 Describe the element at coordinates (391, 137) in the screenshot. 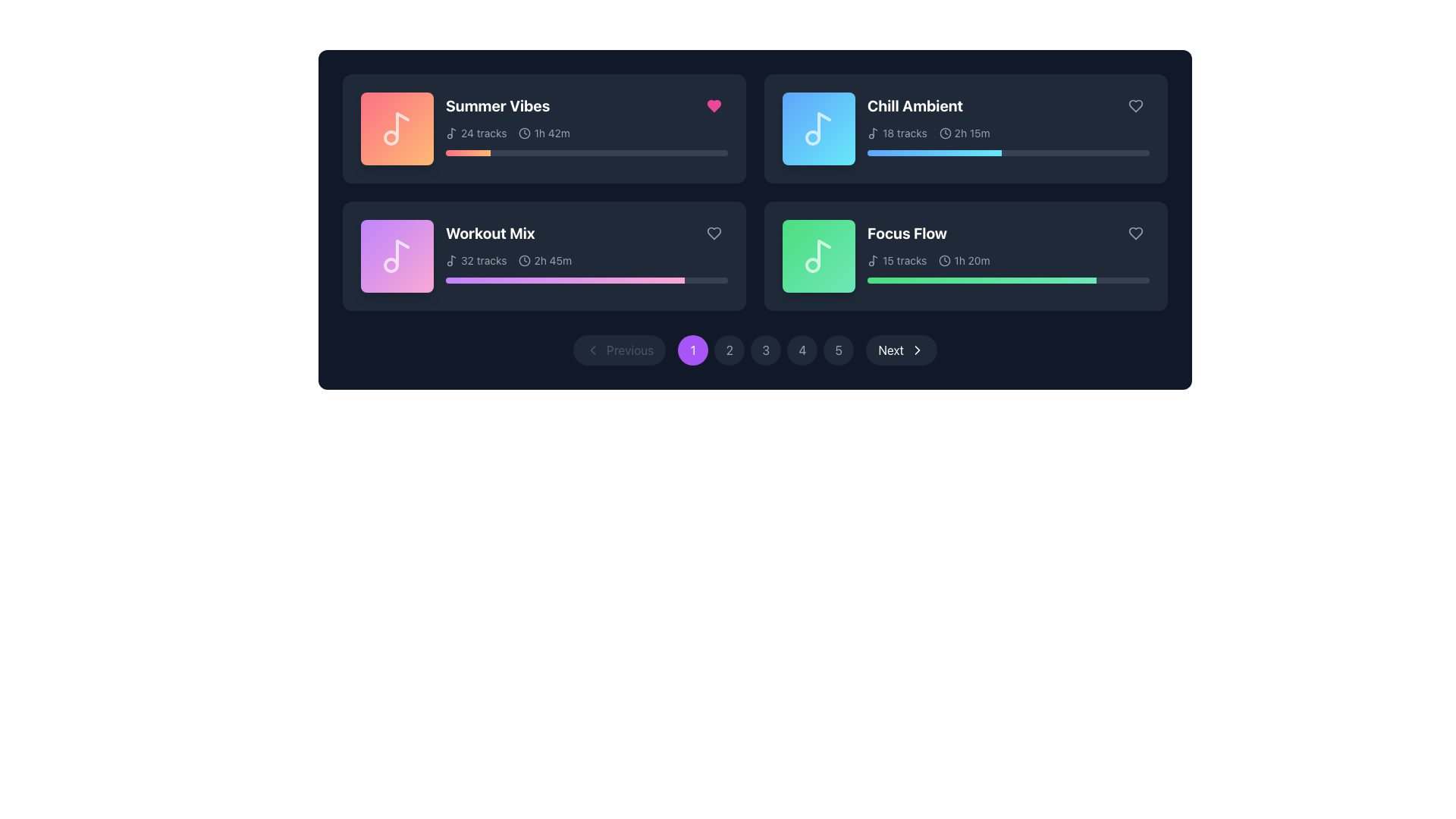

I see `the small circle within the SVG graphic that symbolizes a musical icon, located in the upper-left card labeled 'Summer Vibes'` at that location.